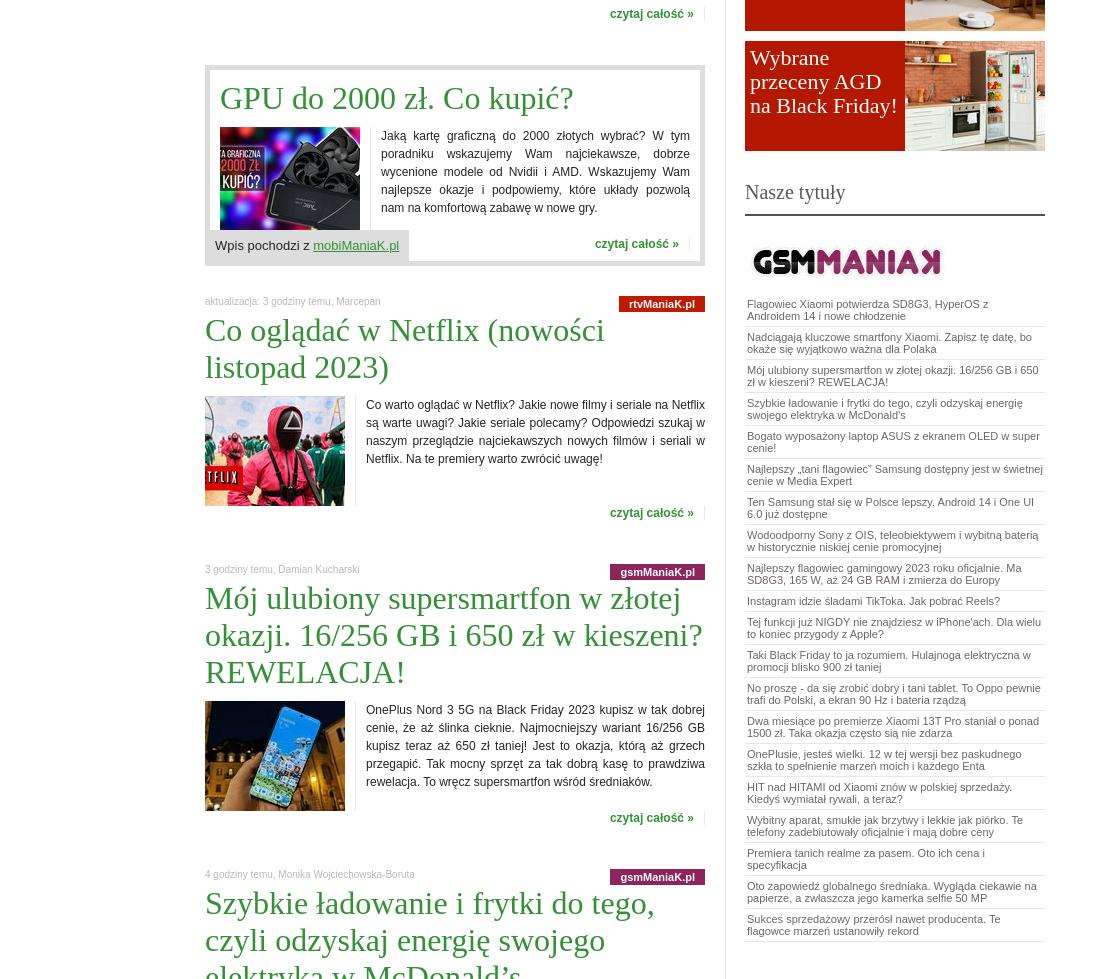 The image size is (1100, 979). Describe the element at coordinates (887, 660) in the screenshot. I see `'Taki Black Friday to ja rozumiem. Hulajnoga elektryczna w promocji blisko 900 zł taniej'` at that location.